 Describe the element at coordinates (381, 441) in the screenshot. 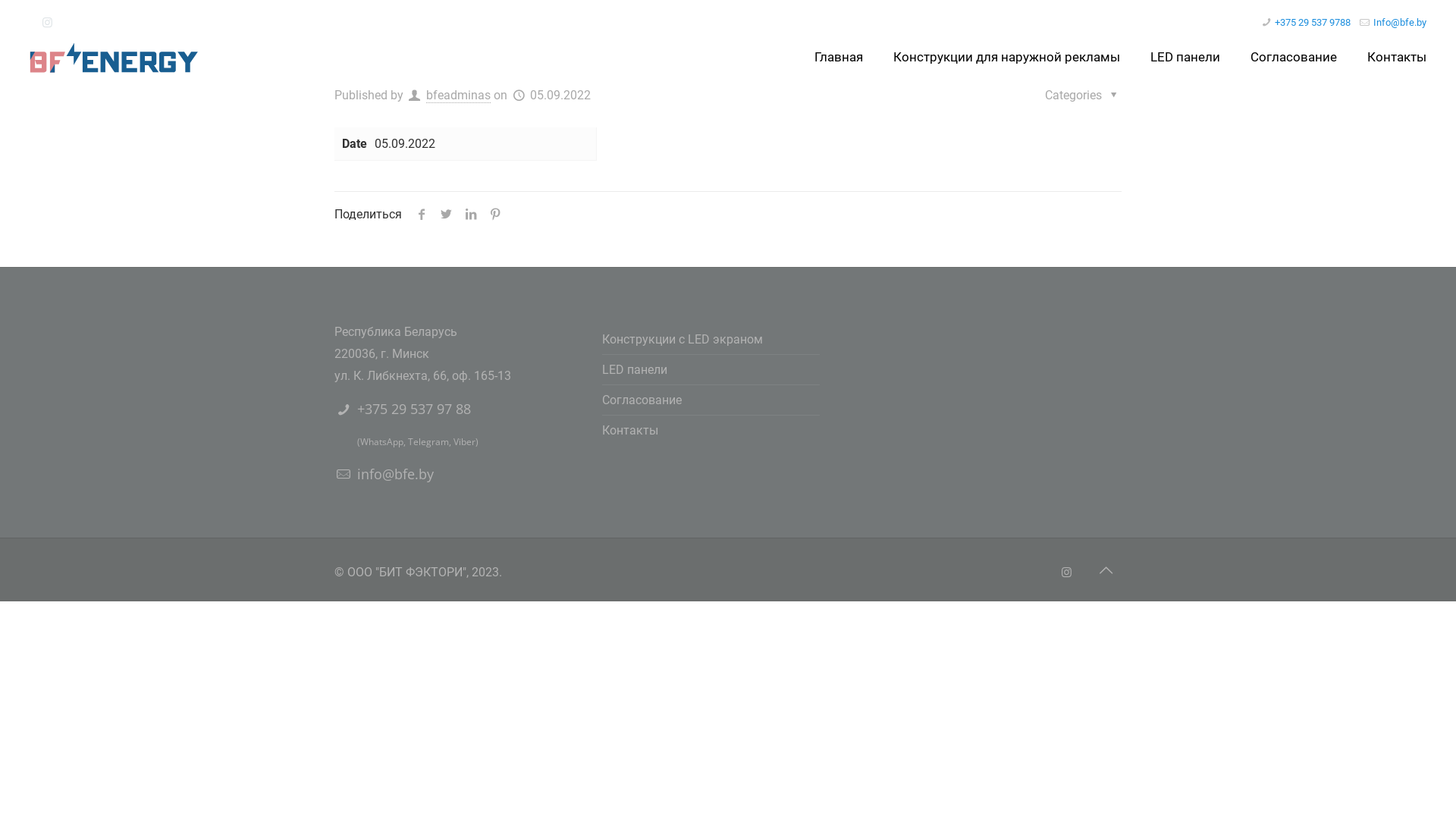

I see `'WhatsApp'` at that location.